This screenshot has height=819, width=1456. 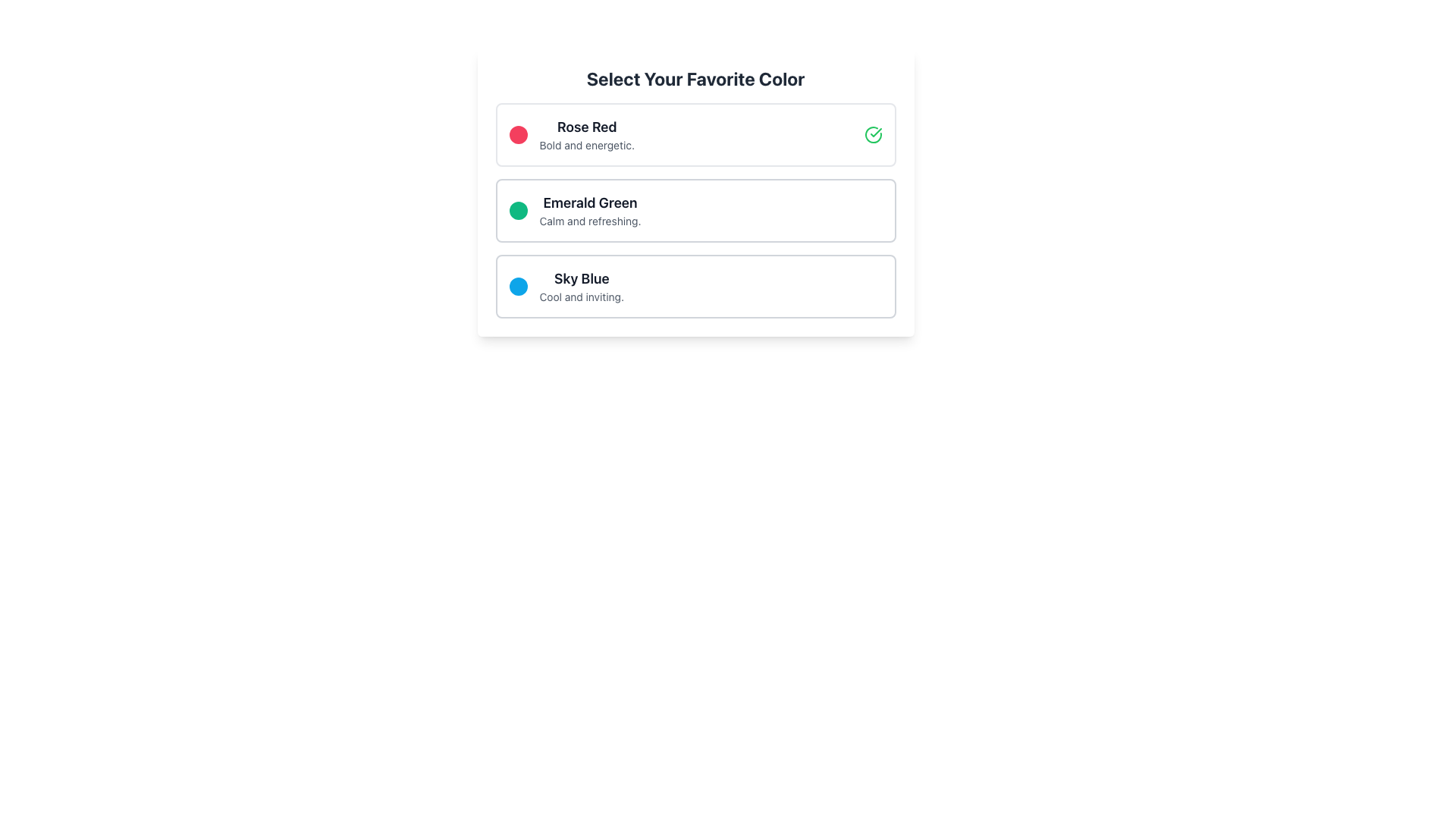 I want to click on the small green circle icon representing the color selection for 'Emerald Green' located in the second option of the list, so click(x=518, y=210).